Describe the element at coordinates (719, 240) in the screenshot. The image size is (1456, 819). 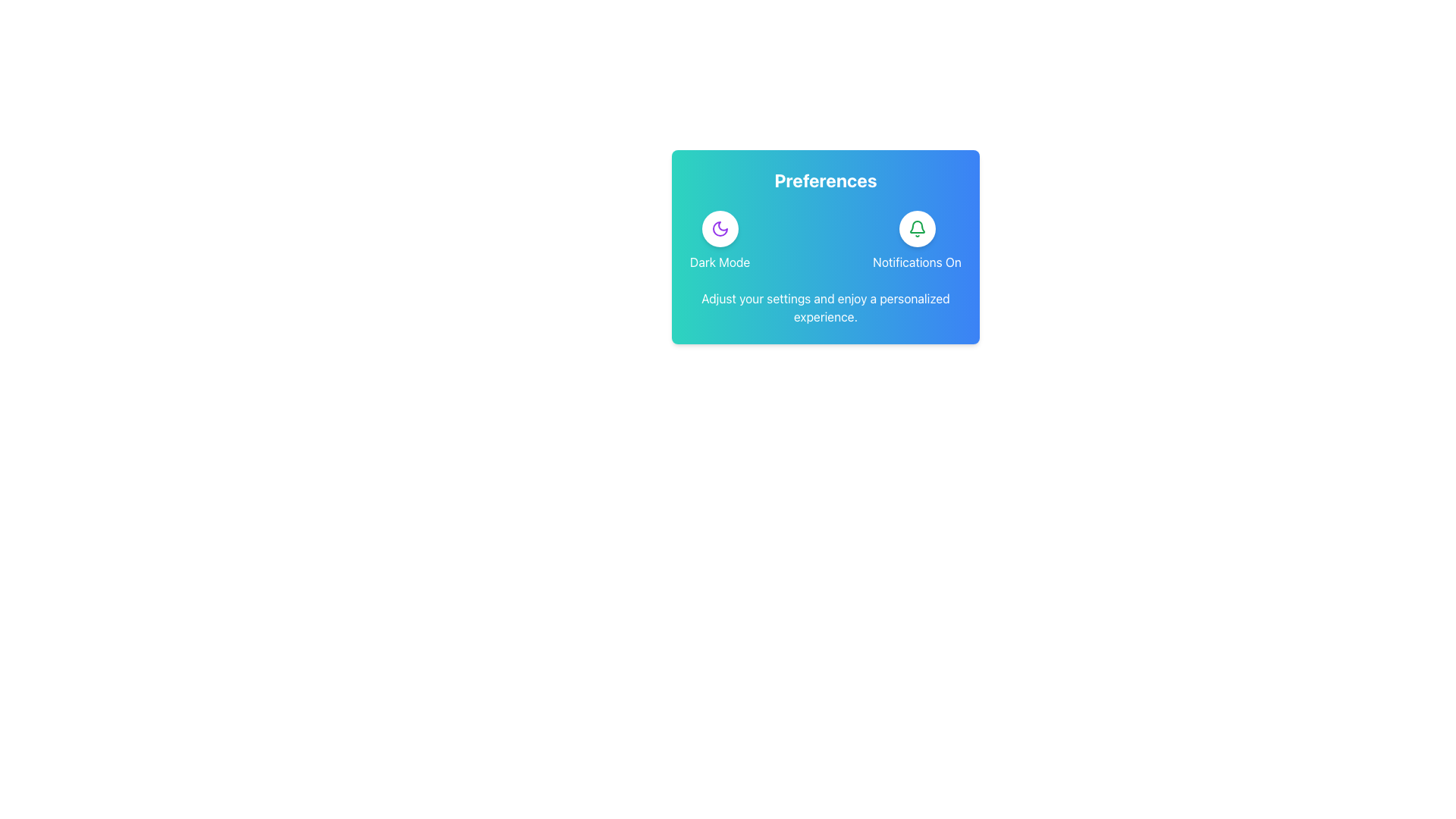
I see `the toggle button for activating or deactivating the dark mode feature located in the Preferences section, to the left of the Notifications On button` at that location.